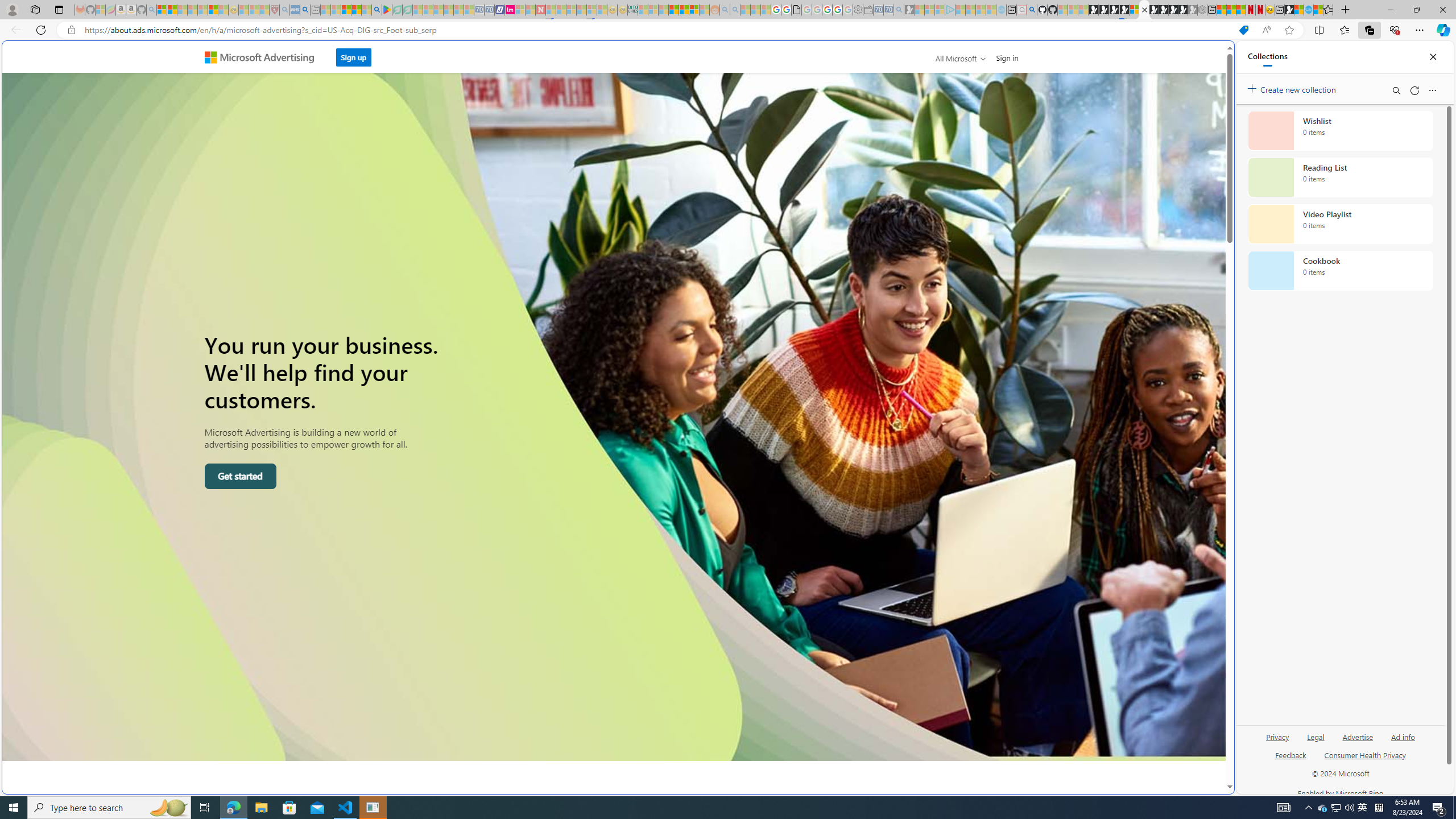 The image size is (1456, 819). What do you see at coordinates (674, 9) in the screenshot?
I see `'Expert Portfolios'` at bounding box center [674, 9].